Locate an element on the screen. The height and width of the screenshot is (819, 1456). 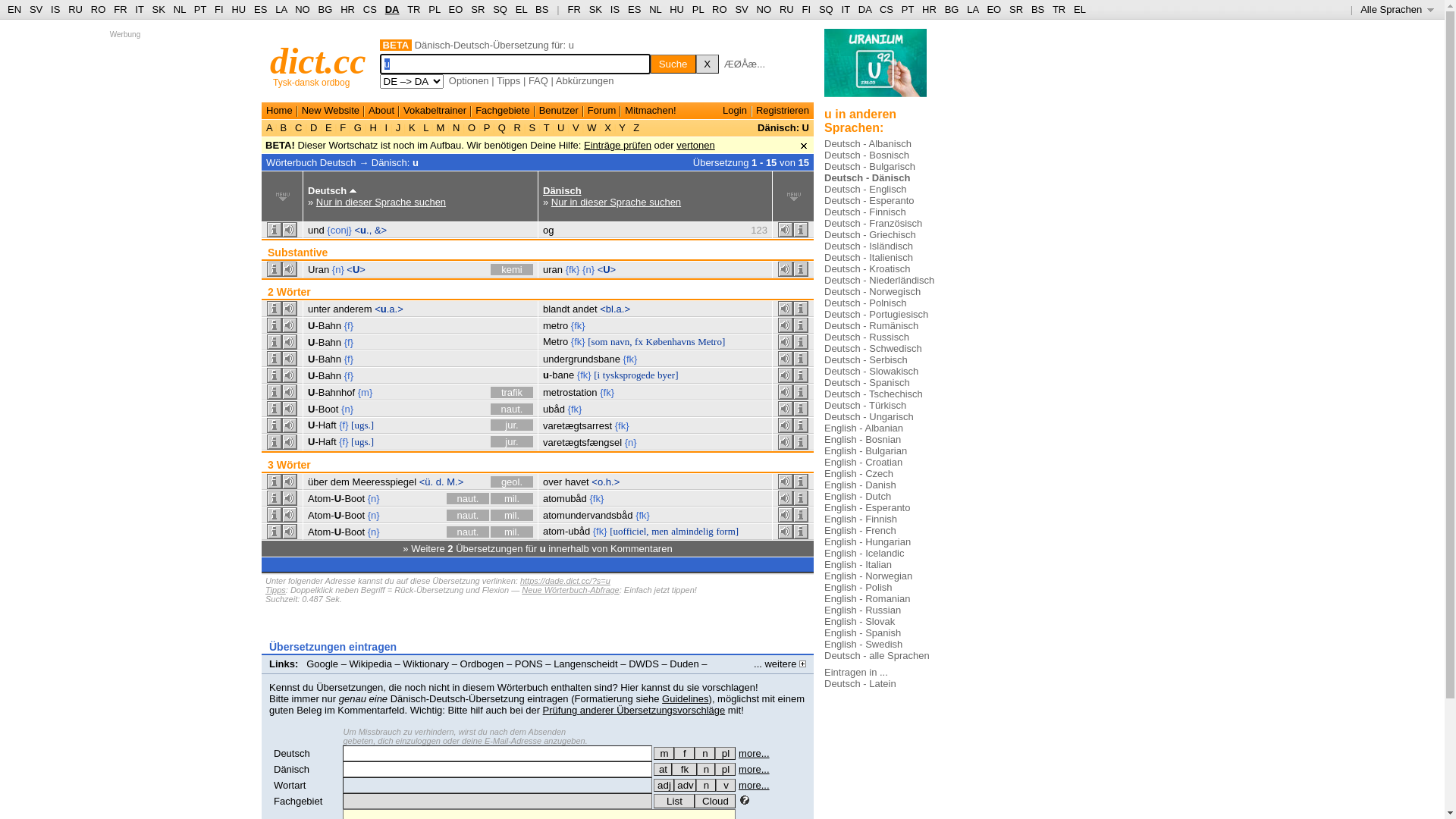
'English - Spanish' is located at coordinates (862, 632).